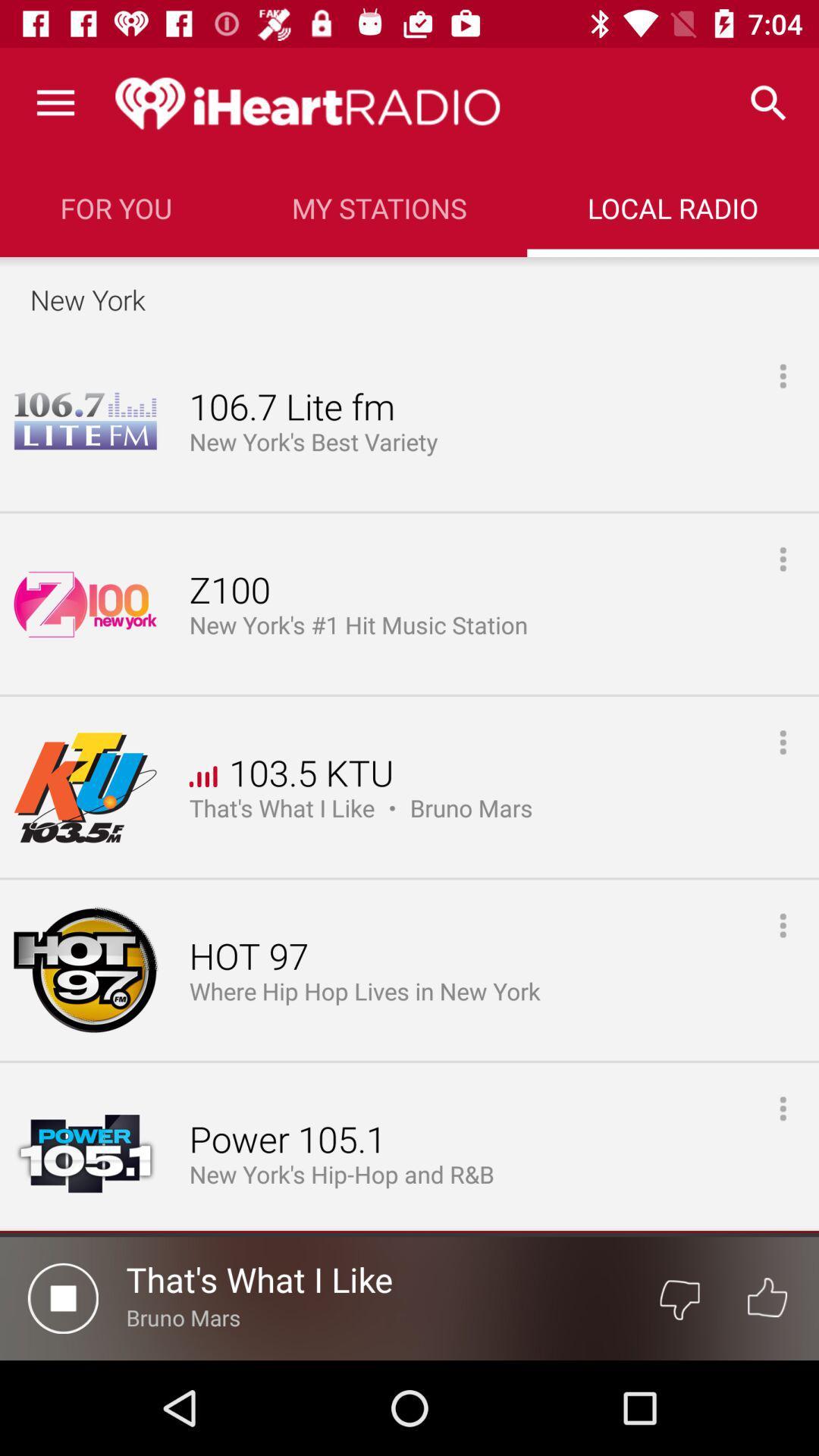 The image size is (819, 1456). Describe the element at coordinates (767, 1298) in the screenshot. I see `the thumbs_up icon` at that location.